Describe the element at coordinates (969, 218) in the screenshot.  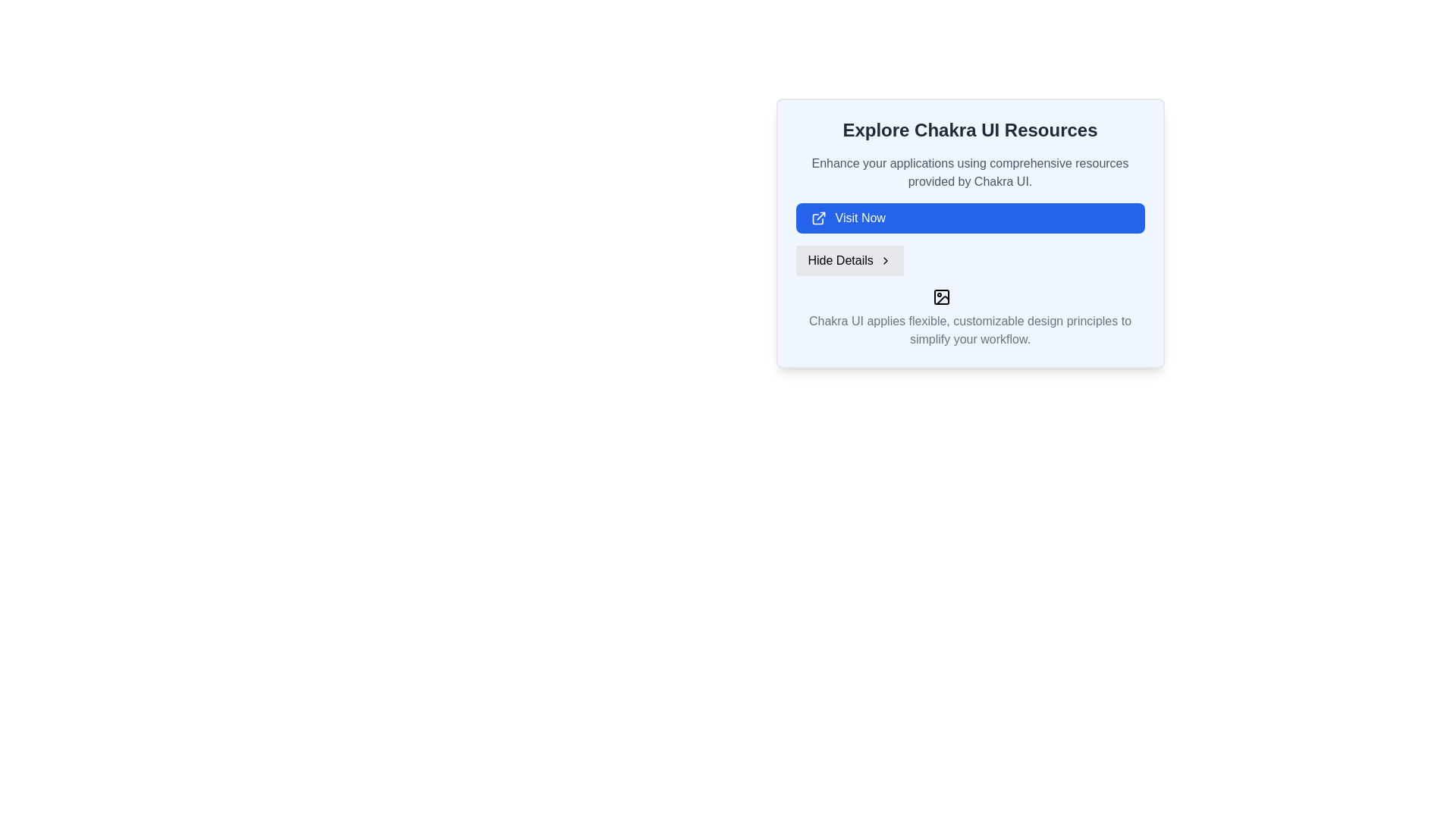
I see `the call-to-action button for visiting a specified website located in the 'Explore Chakra UI Resources' section to change its background color` at that location.